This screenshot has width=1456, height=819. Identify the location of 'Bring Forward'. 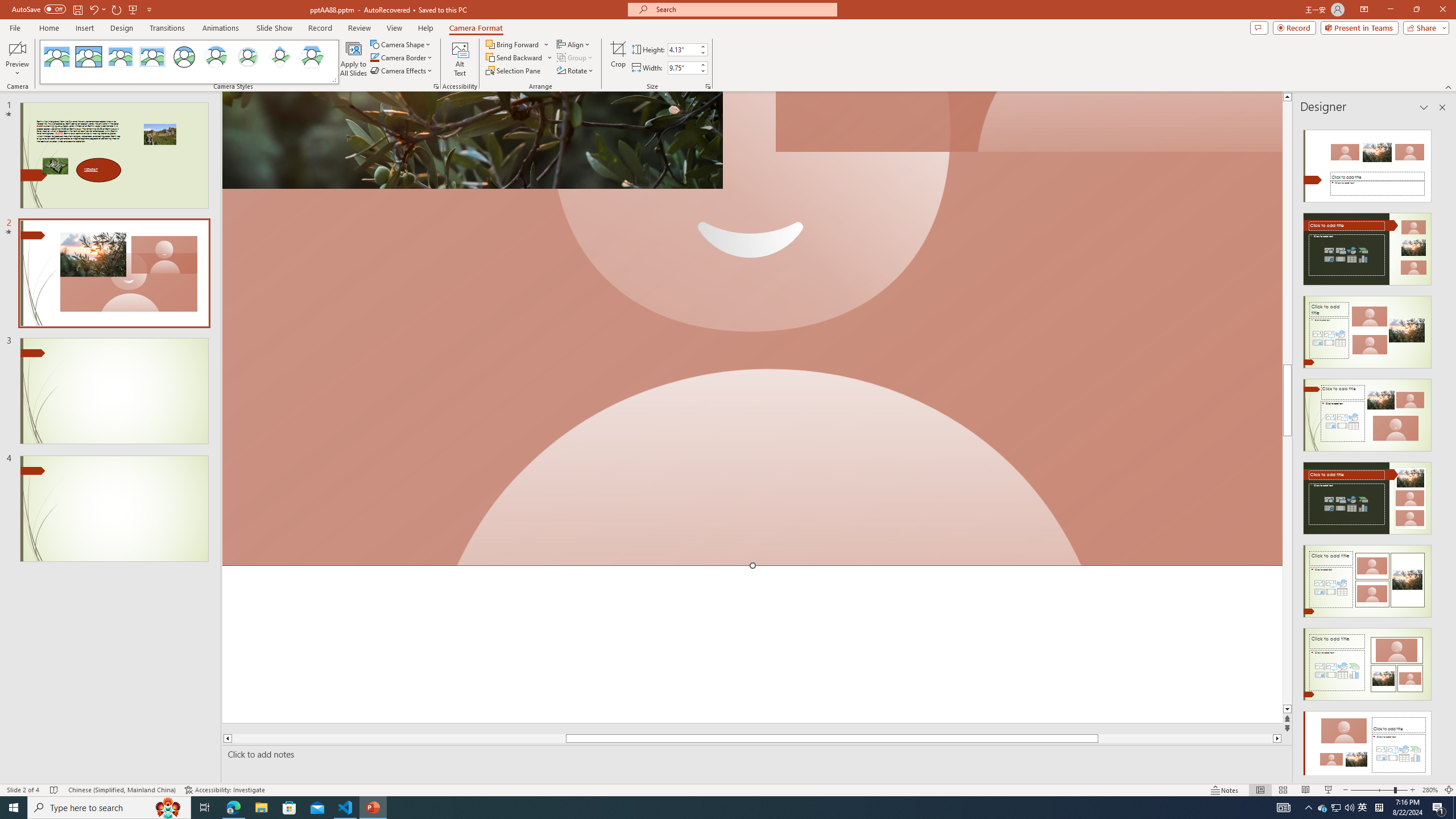
(512, 44).